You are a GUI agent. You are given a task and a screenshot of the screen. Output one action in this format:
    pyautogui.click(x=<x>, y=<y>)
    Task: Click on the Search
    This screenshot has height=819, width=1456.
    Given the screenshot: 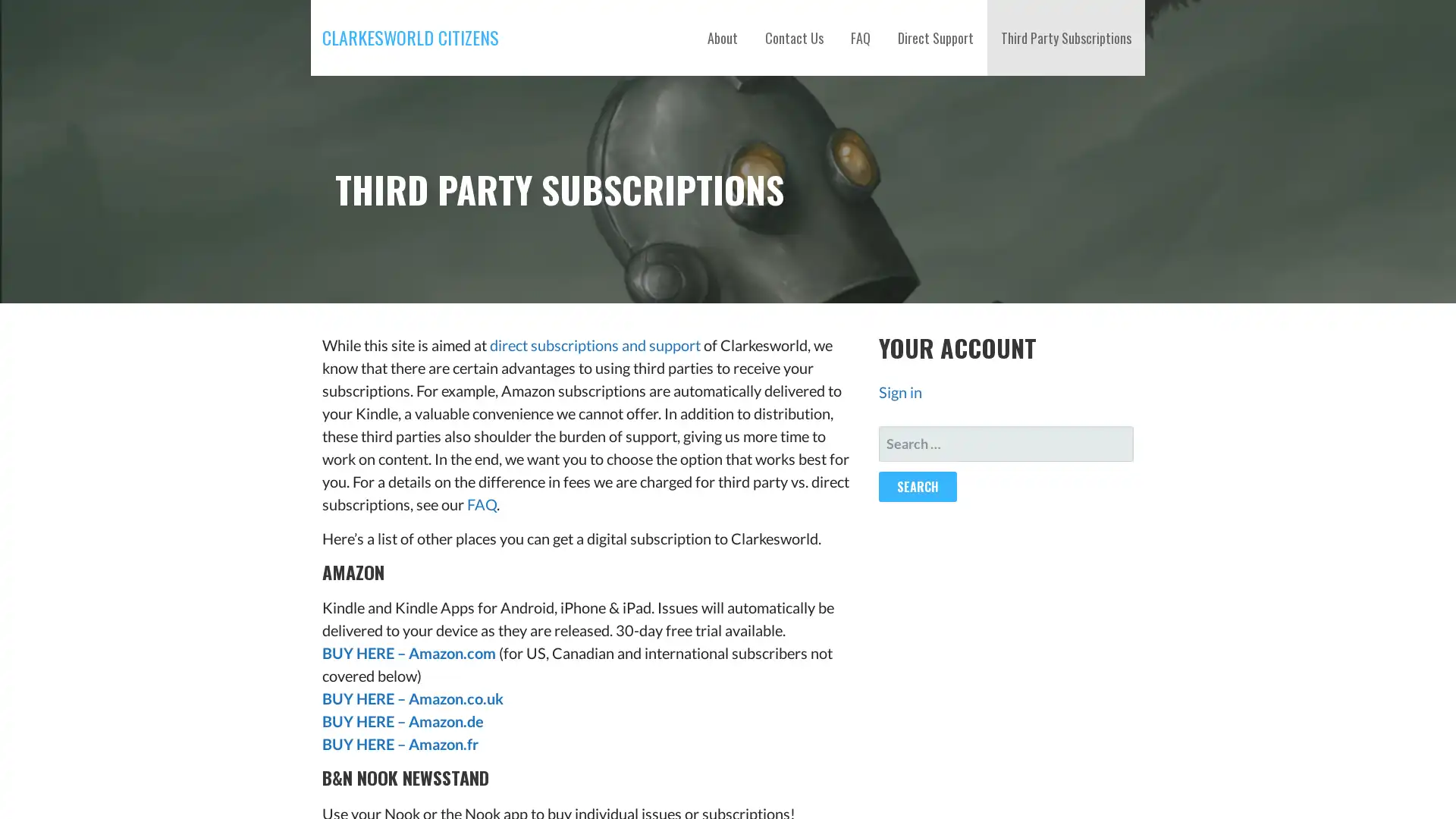 What is the action you would take?
    pyautogui.click(x=916, y=486)
    